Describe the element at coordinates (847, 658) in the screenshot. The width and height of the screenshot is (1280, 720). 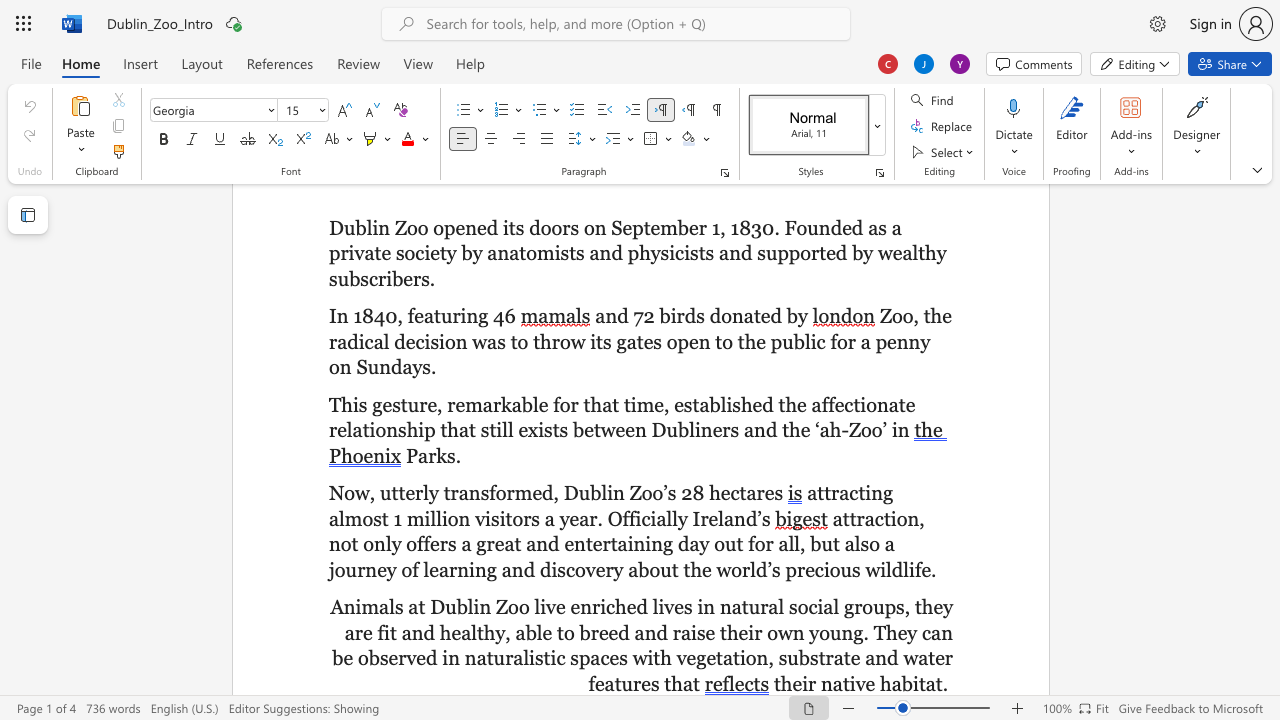
I see `the 7th character "t" in the text` at that location.